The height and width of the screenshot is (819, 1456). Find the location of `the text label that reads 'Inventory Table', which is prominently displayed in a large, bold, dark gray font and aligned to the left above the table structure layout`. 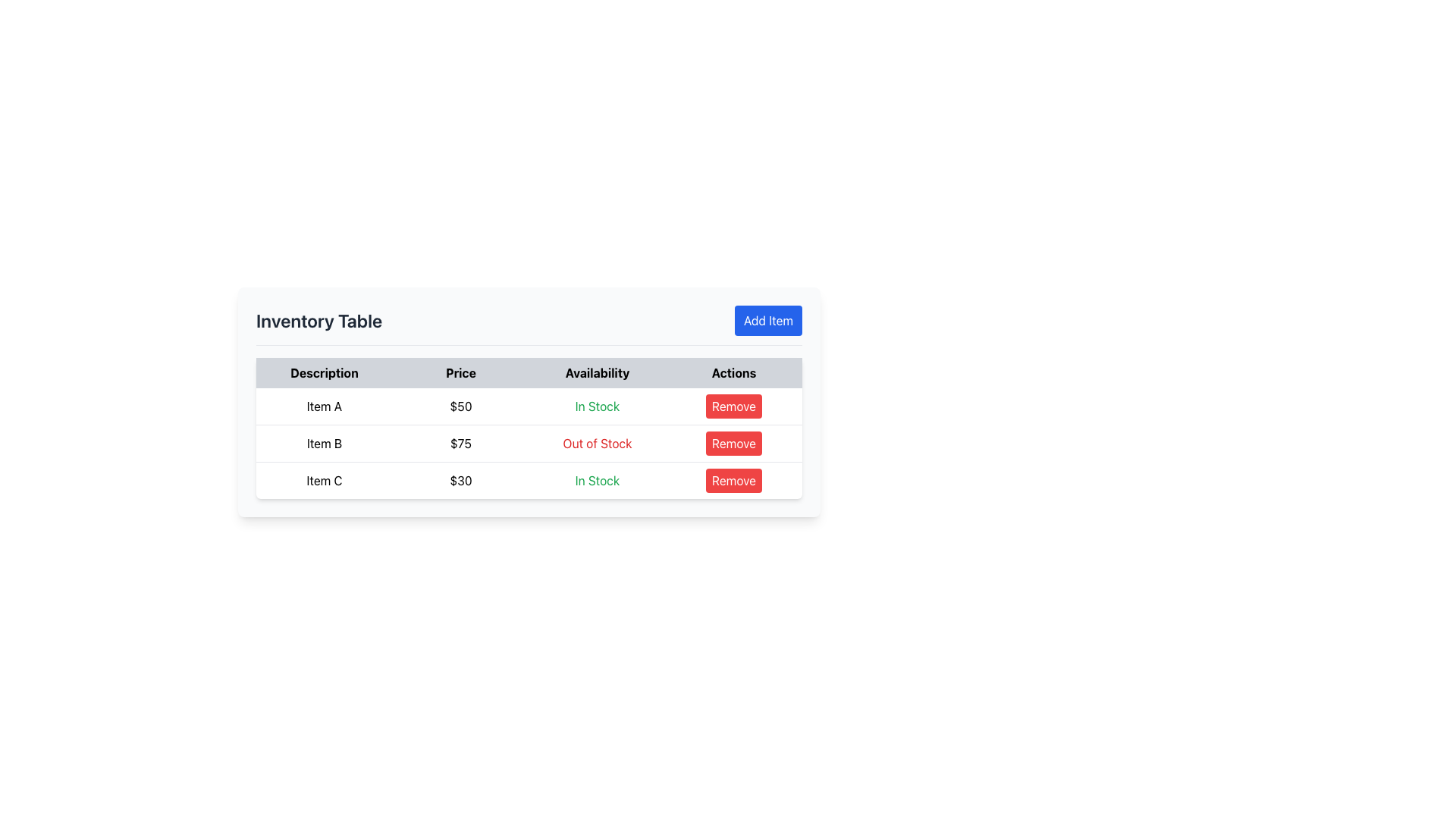

the text label that reads 'Inventory Table', which is prominently displayed in a large, bold, dark gray font and aligned to the left above the table structure layout is located at coordinates (318, 320).